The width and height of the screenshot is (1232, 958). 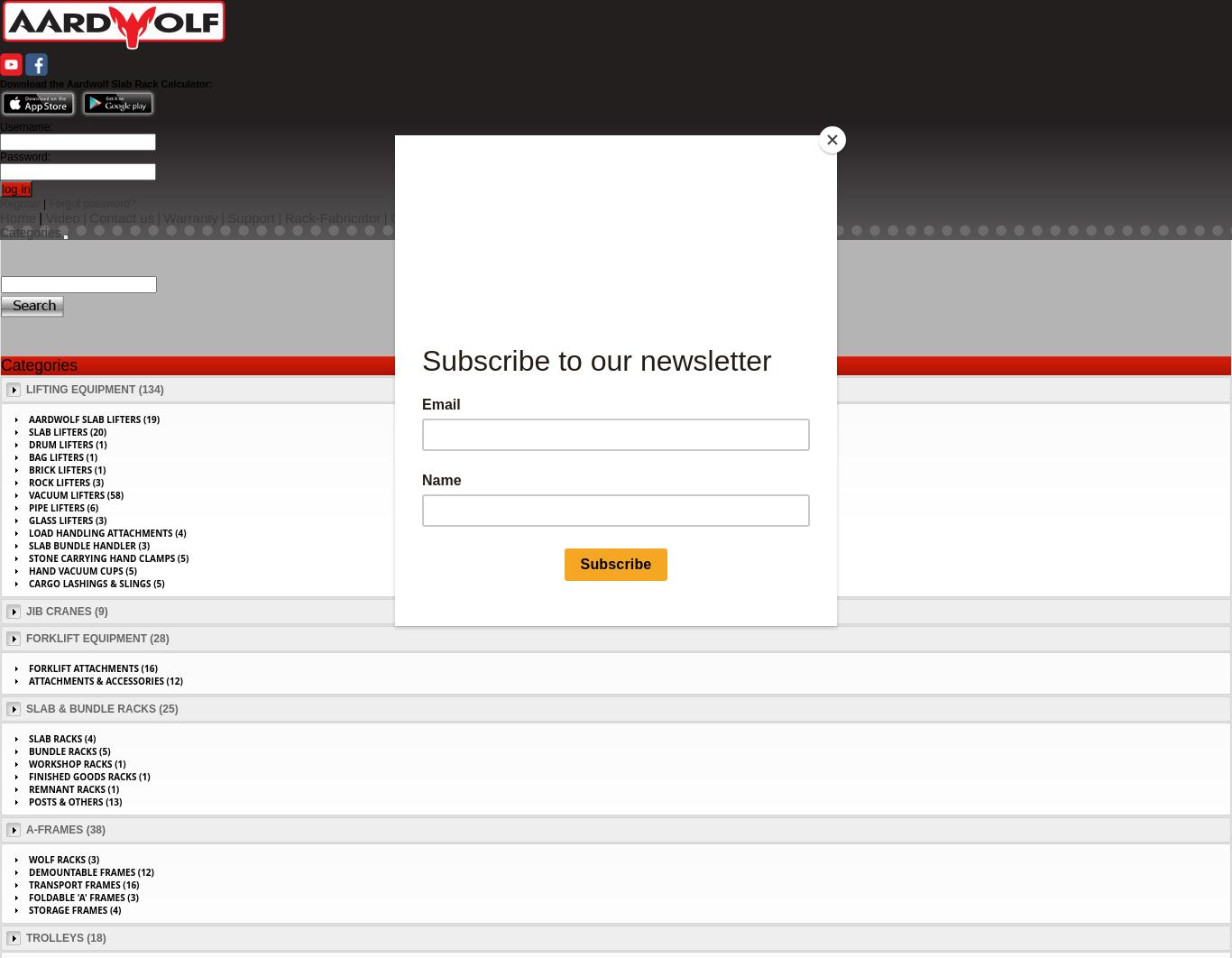 I want to click on 'log in', so click(x=15, y=189).